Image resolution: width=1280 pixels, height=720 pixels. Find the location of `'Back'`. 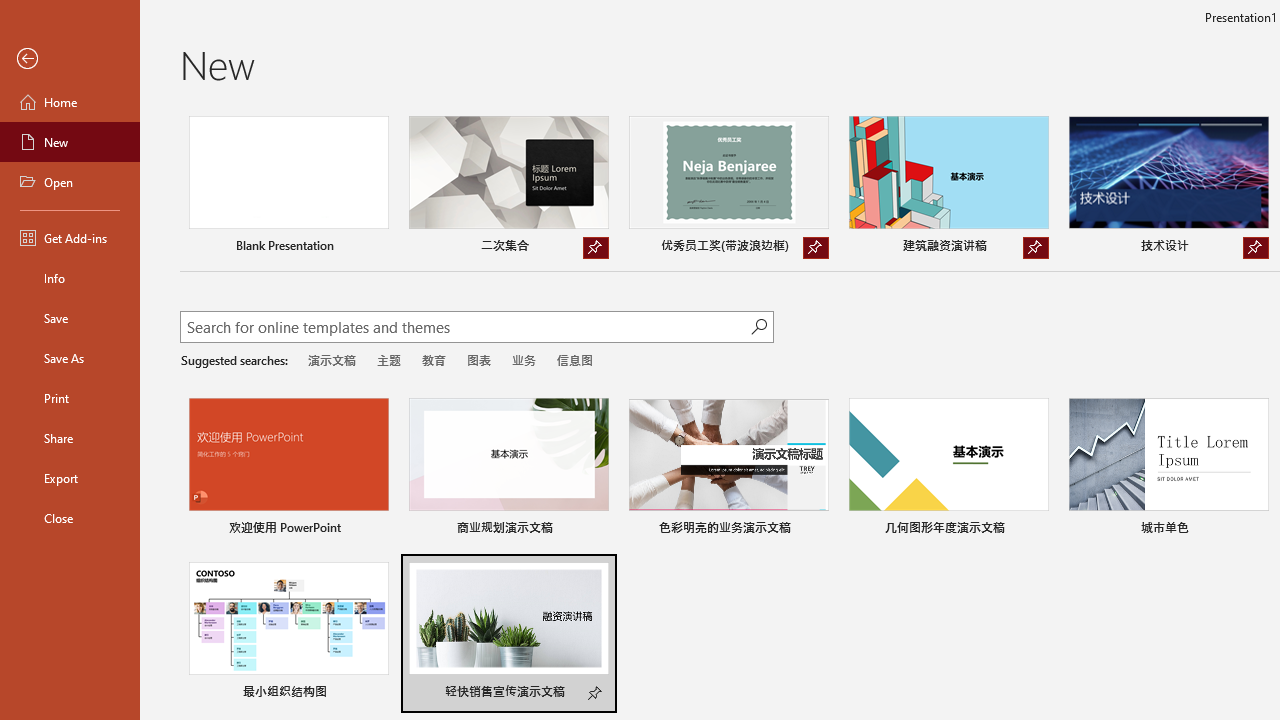

'Back' is located at coordinates (69, 58).